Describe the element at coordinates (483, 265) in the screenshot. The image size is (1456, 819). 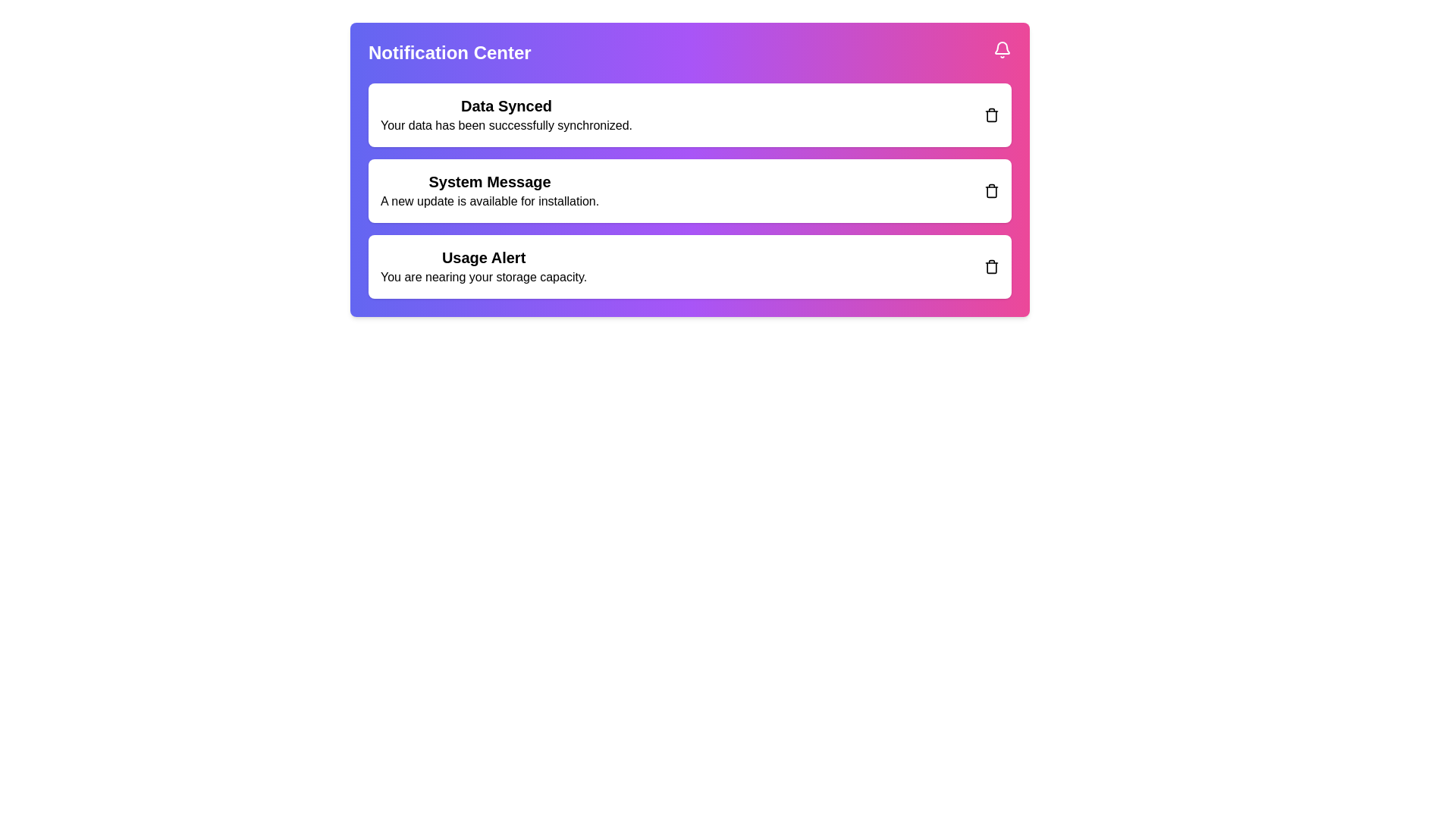
I see `the 'Usage Alert' text display which contains the message 'You are nearing your storage capacity.'` at that location.